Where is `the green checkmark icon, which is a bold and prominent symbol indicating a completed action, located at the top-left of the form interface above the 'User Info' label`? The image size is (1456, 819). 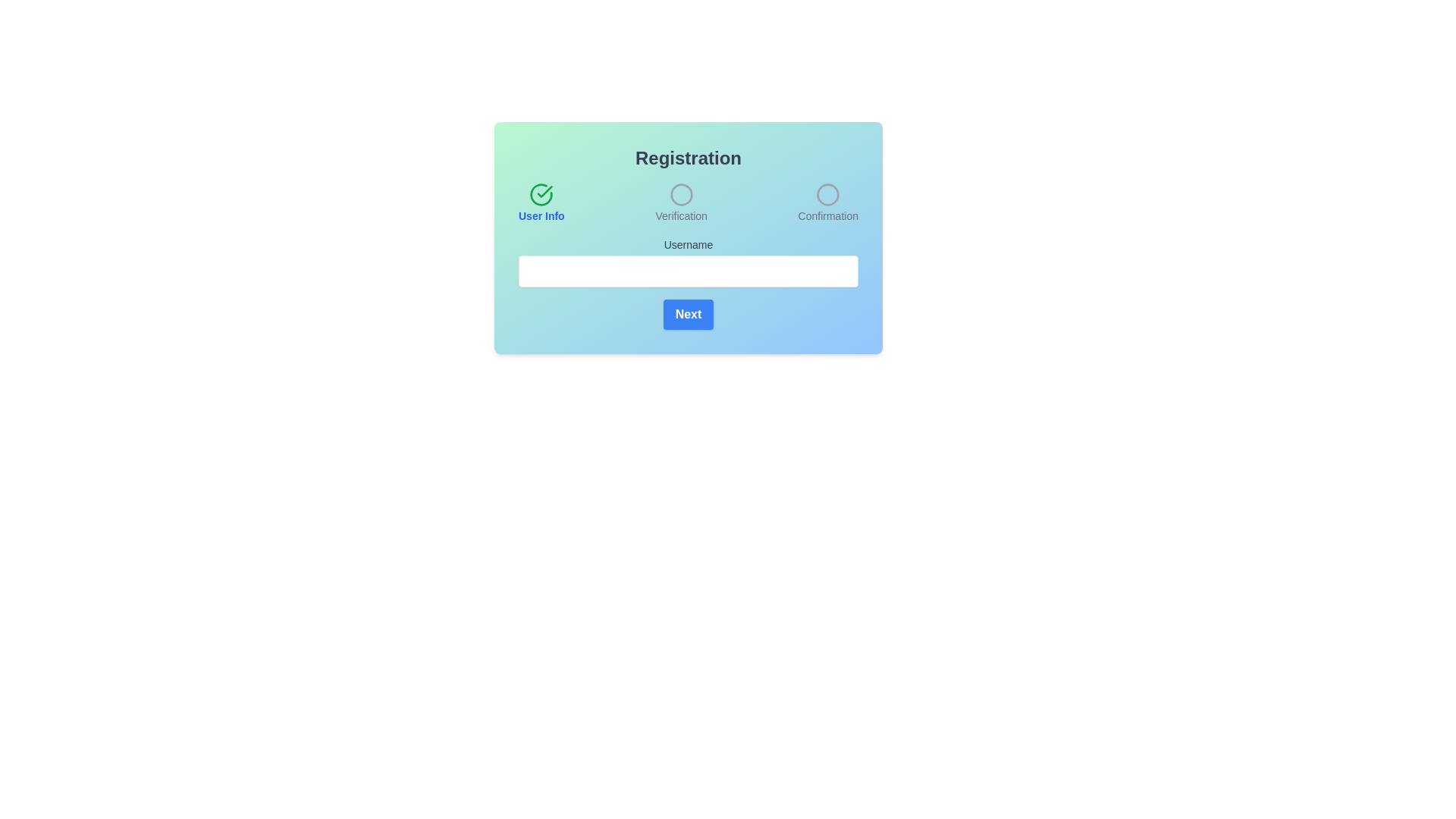 the green checkmark icon, which is a bold and prominent symbol indicating a completed action, located at the top-left of the form interface above the 'User Info' label is located at coordinates (545, 191).